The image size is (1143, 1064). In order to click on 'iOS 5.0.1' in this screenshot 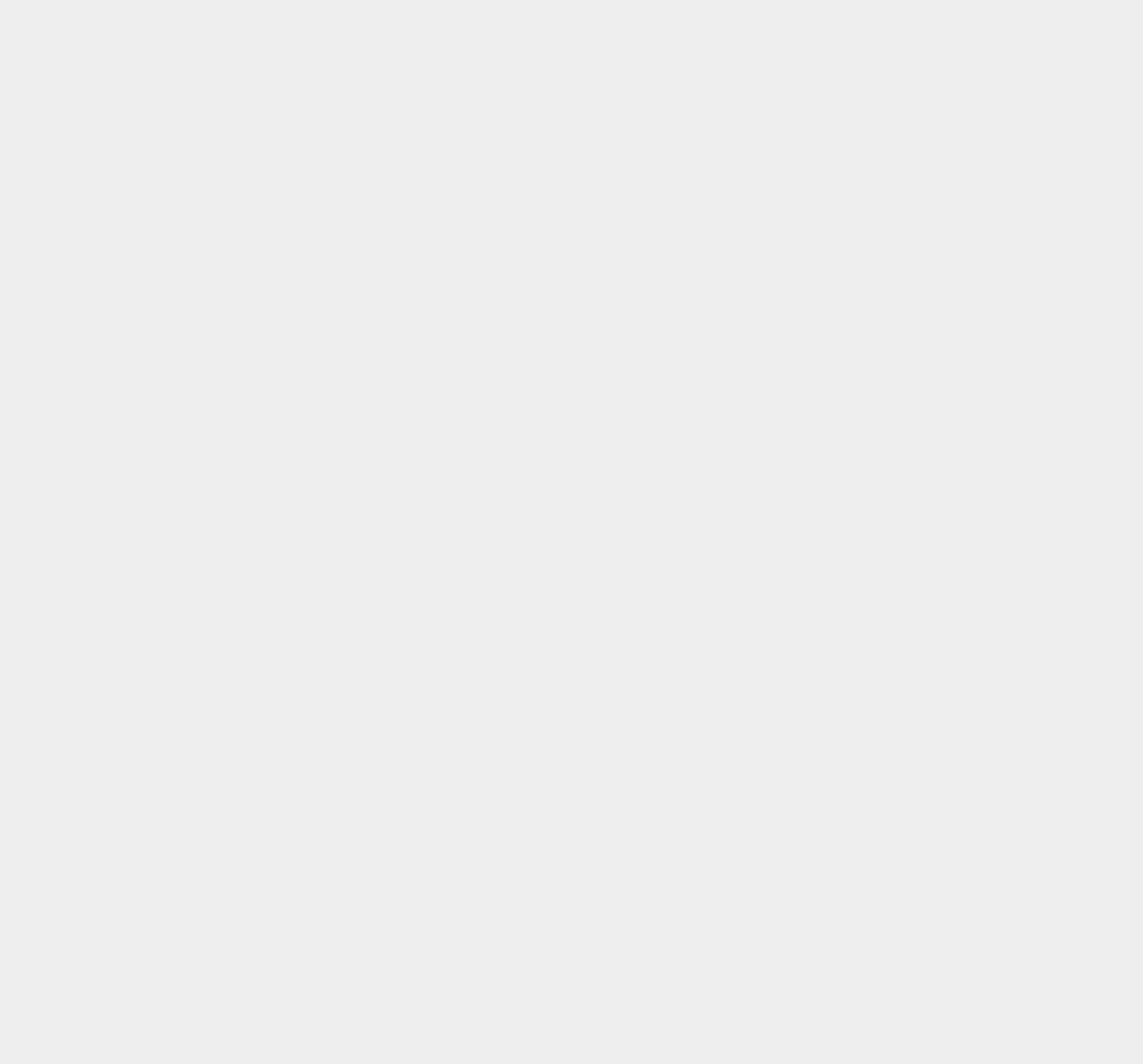, I will do `click(834, 229)`.